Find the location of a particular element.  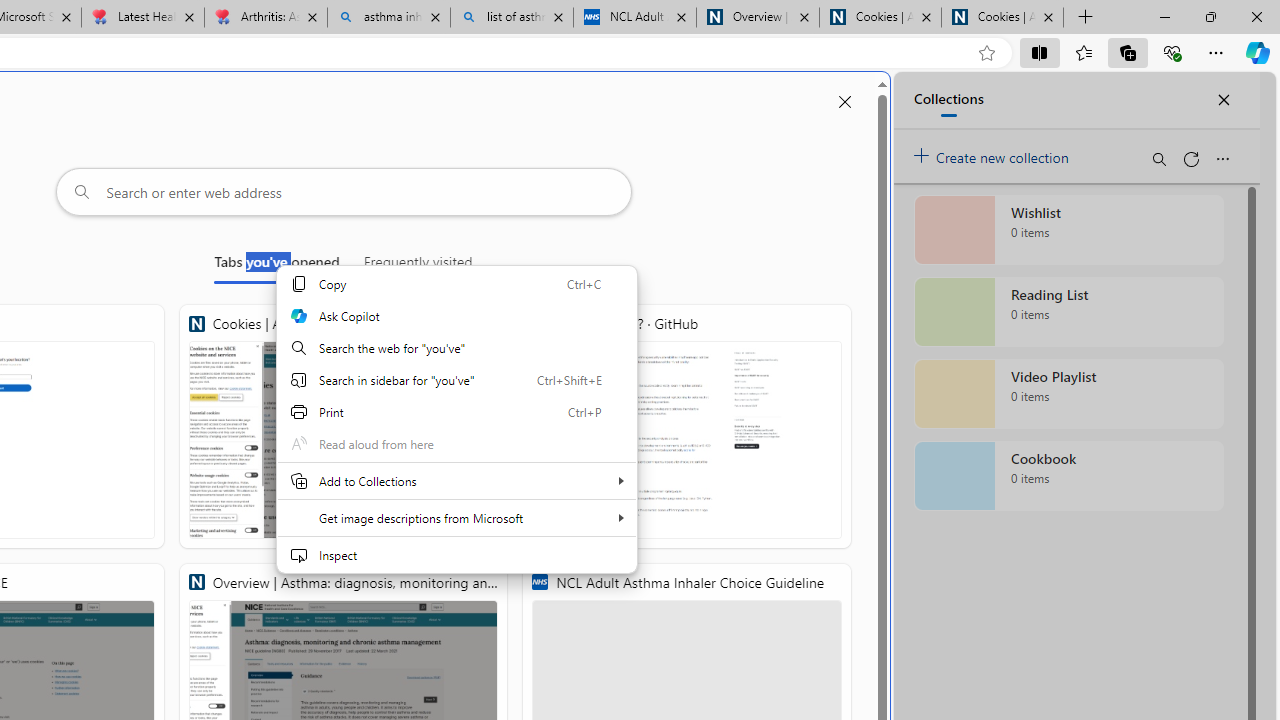

'Web context' is located at coordinates (455, 430).